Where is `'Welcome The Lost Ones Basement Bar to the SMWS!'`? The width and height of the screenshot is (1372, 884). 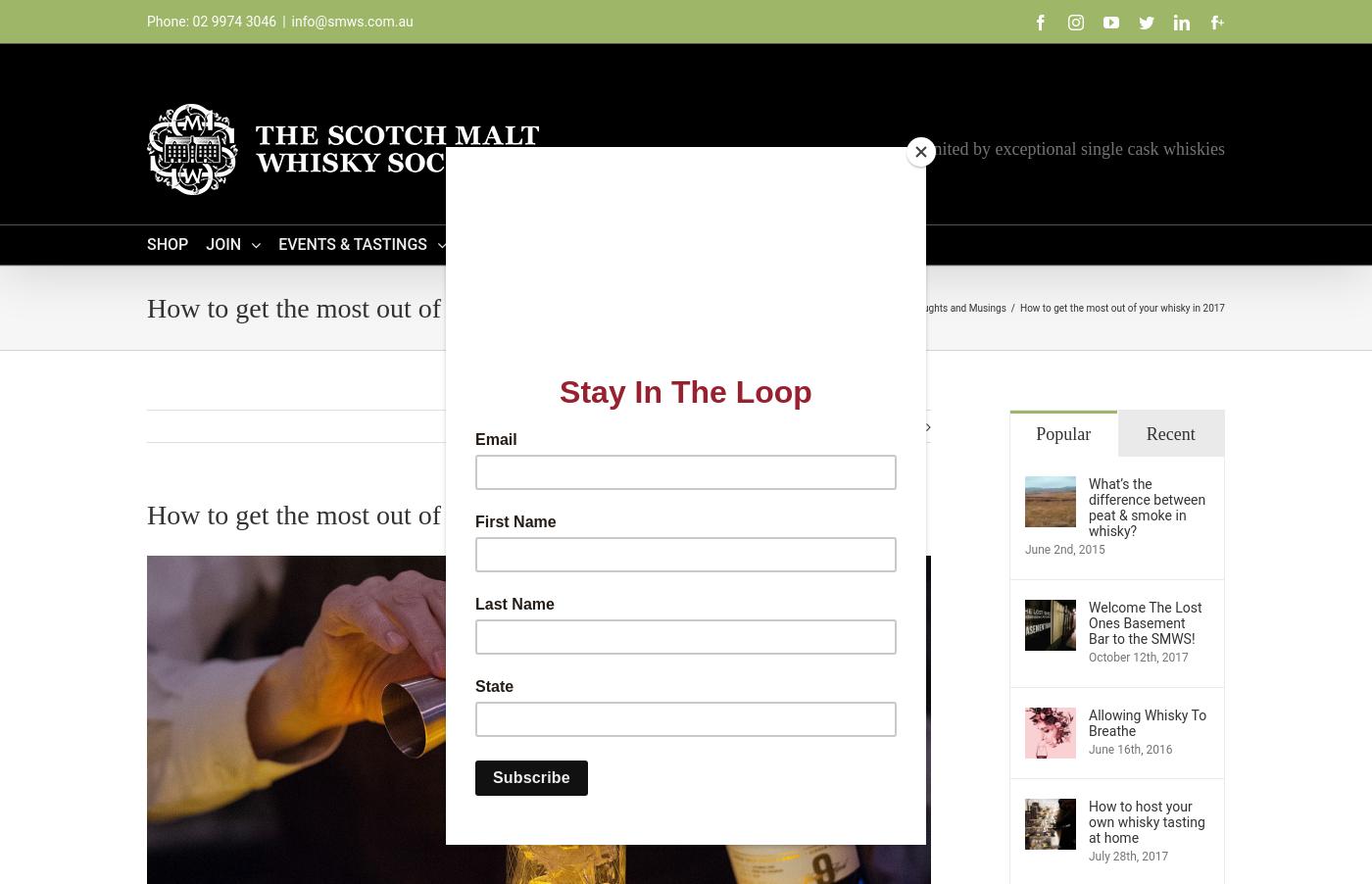 'Welcome The Lost Ones Basement Bar to the SMWS!' is located at coordinates (1145, 621).